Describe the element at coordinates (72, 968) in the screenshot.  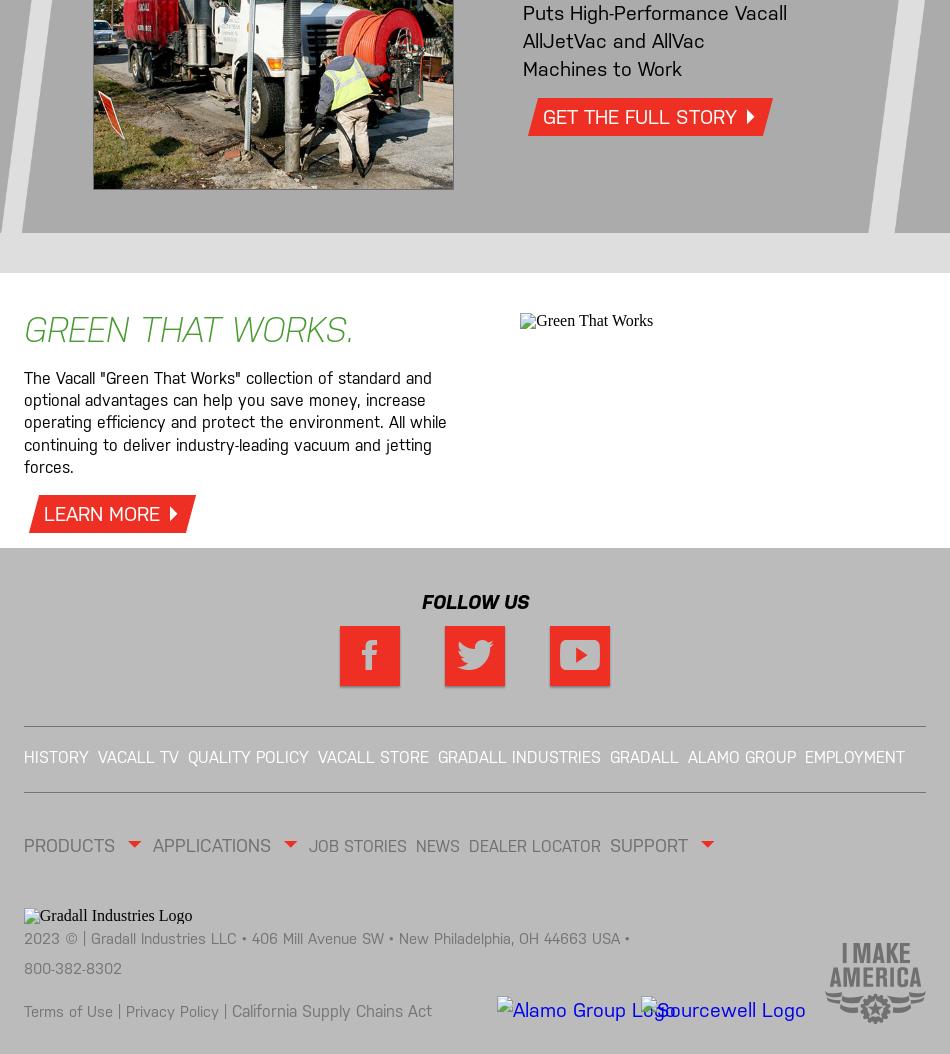
I see `'800-382-8302'` at that location.